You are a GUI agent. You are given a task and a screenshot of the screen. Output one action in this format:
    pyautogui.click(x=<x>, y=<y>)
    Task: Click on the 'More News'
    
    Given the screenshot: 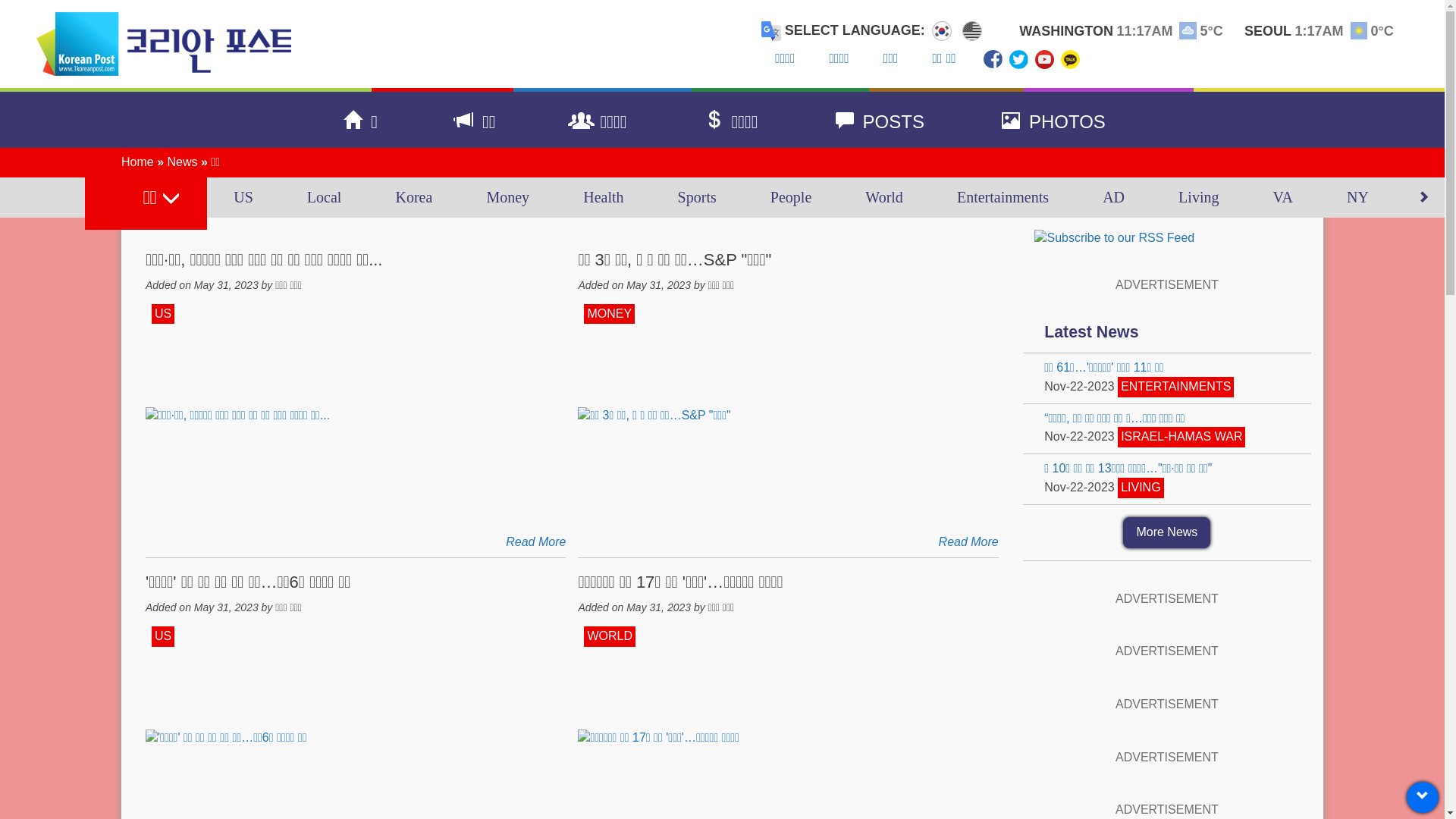 What is the action you would take?
    pyautogui.click(x=1123, y=532)
    